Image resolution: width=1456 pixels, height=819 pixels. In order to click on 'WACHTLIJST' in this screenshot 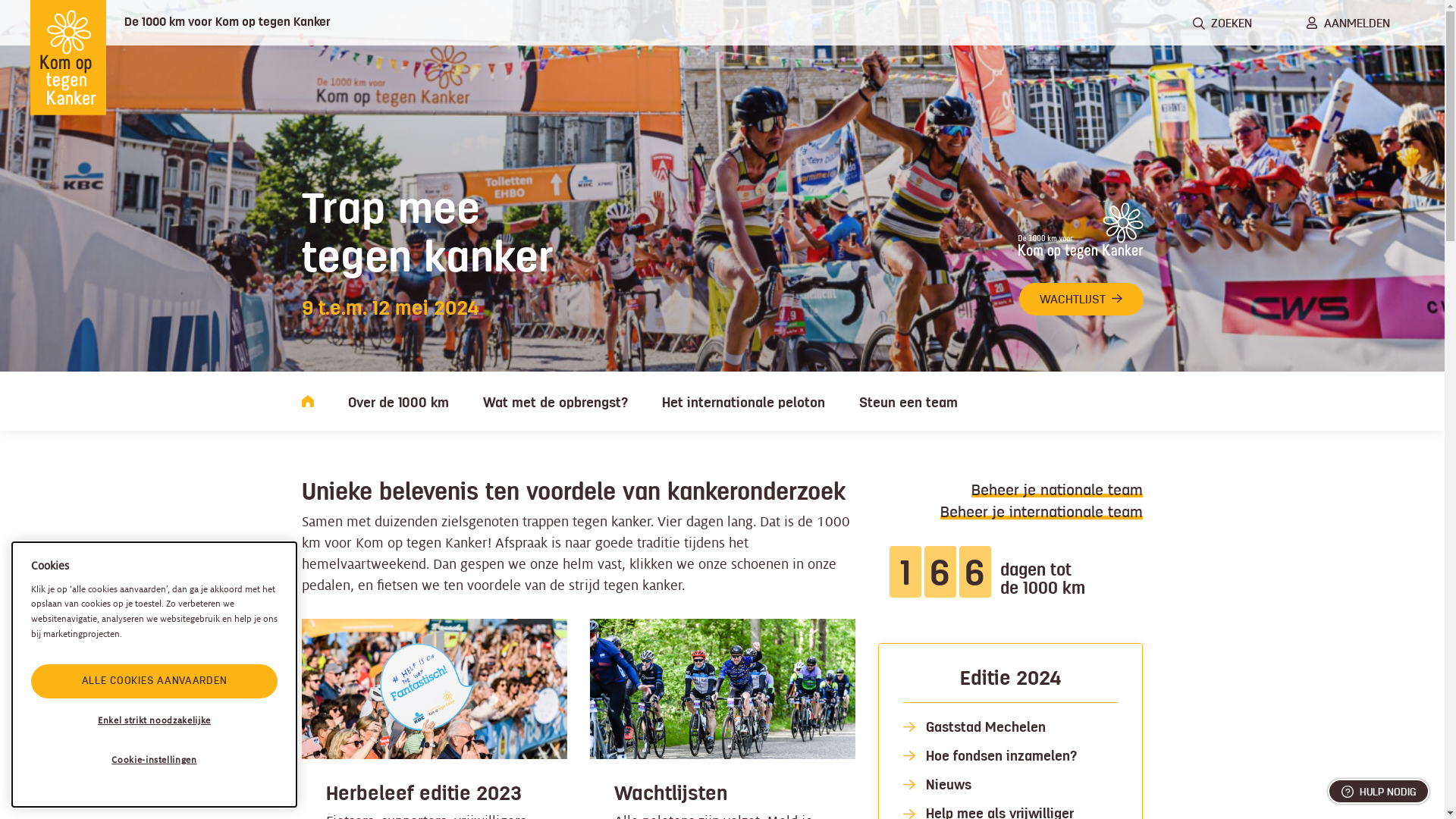, I will do `click(1080, 299)`.